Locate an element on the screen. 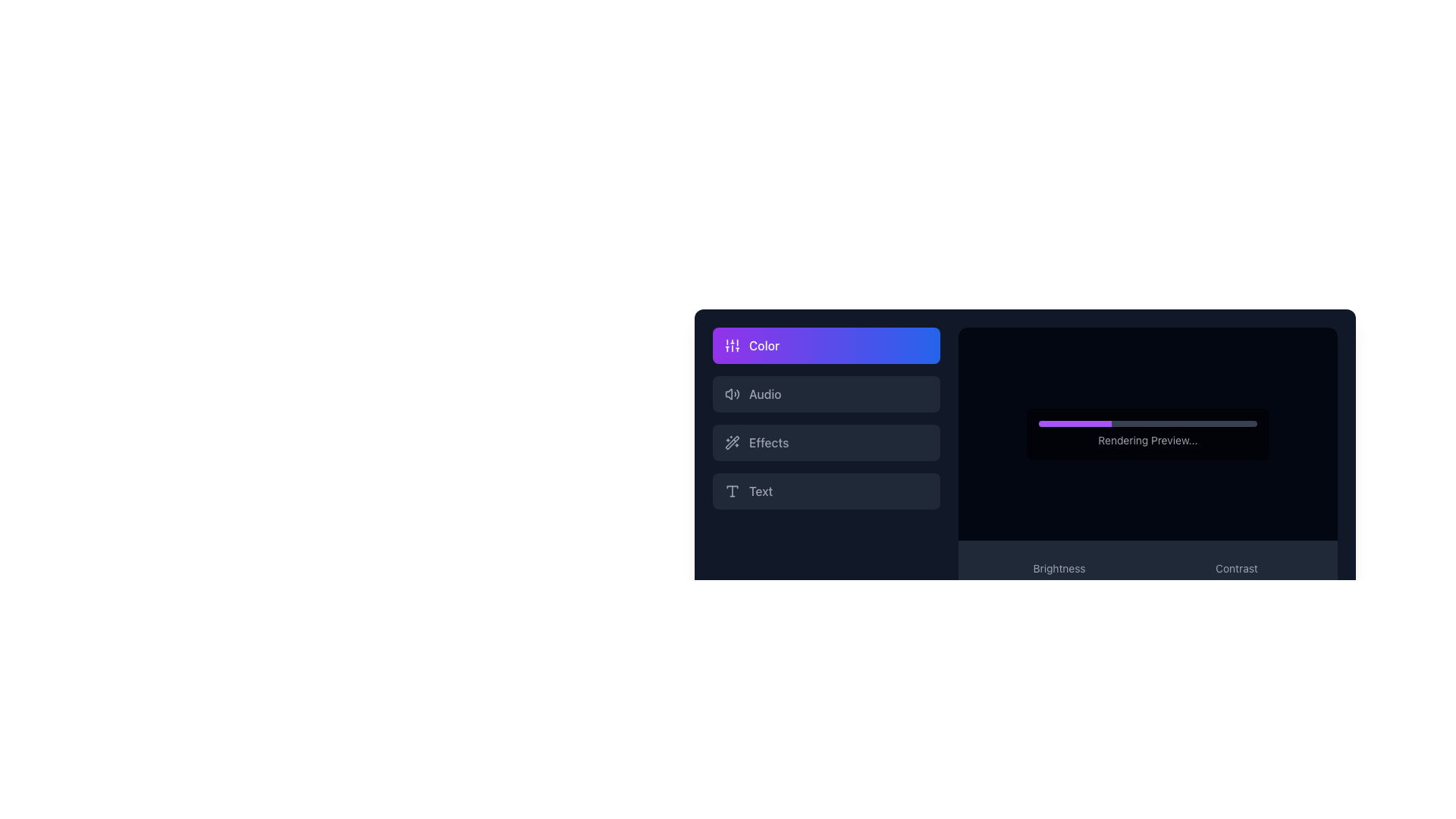  the slider is located at coordinates (993, 588).